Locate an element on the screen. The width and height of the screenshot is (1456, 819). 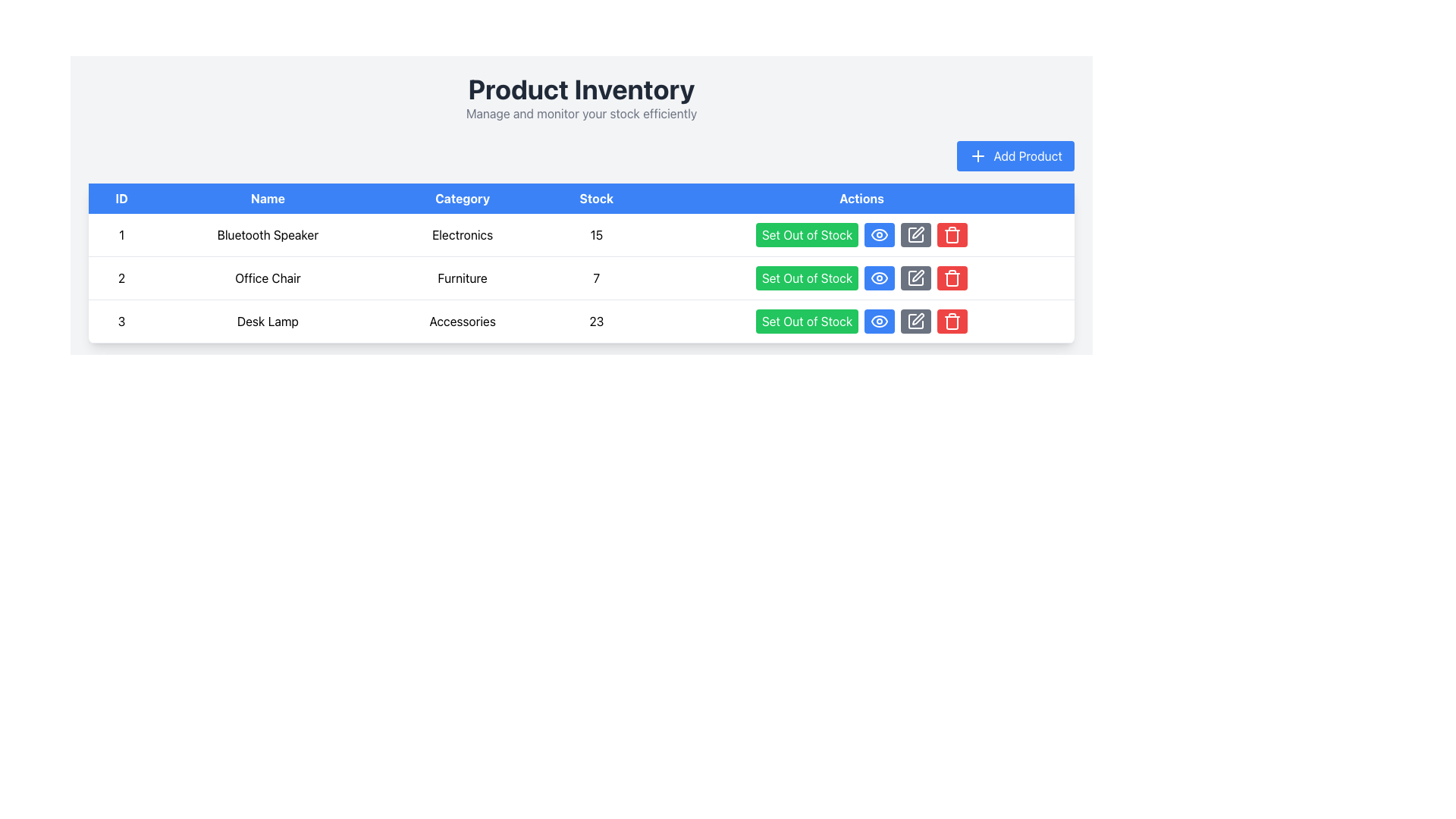
the text displaying the stock quantity of the product 'Desk Lamp', located in the 'Stock' column and the third row of the table is located at coordinates (595, 321).